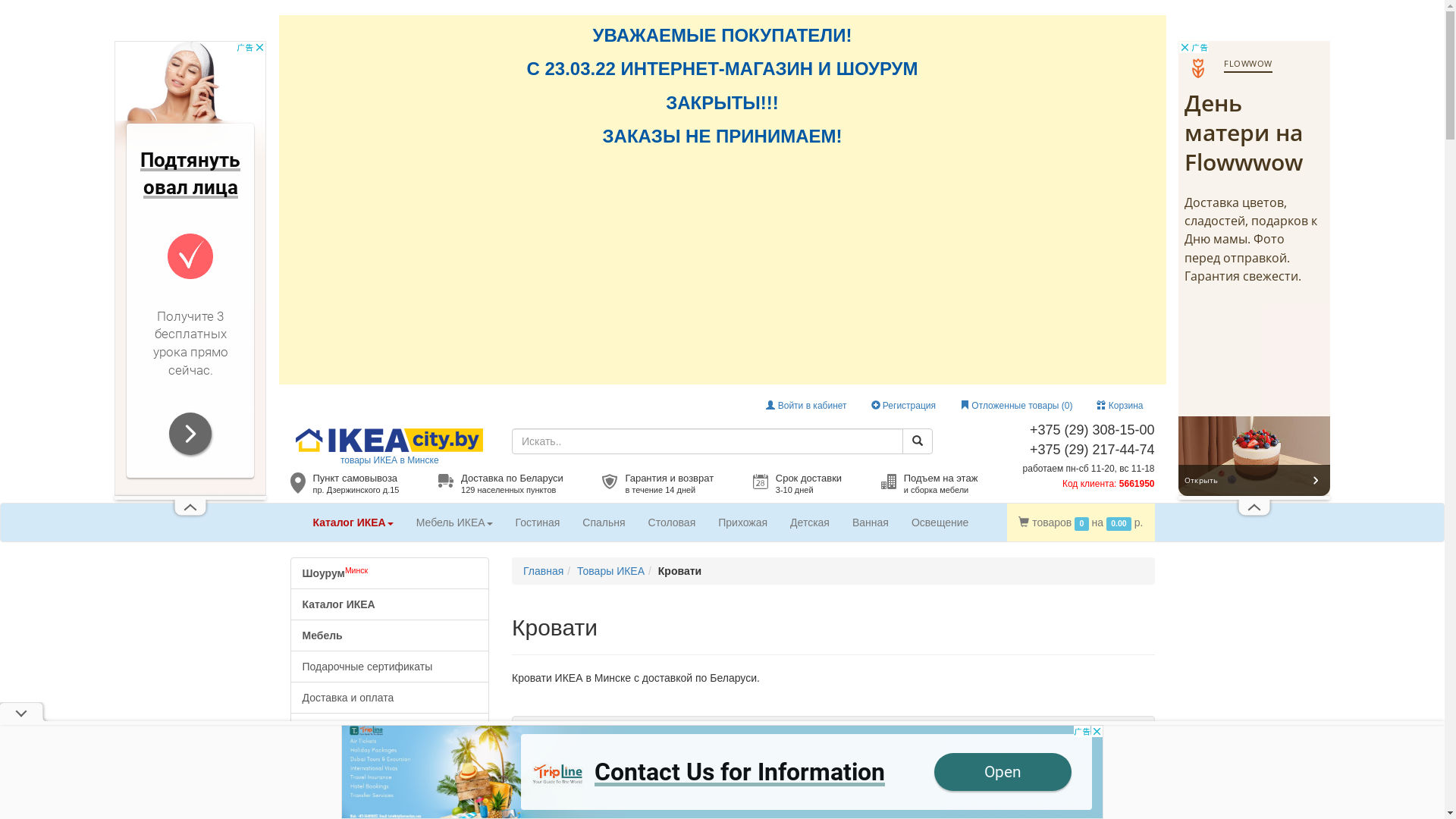 The image size is (1456, 819). Describe the element at coordinates (1254, 268) in the screenshot. I see `'Advertisement'` at that location.